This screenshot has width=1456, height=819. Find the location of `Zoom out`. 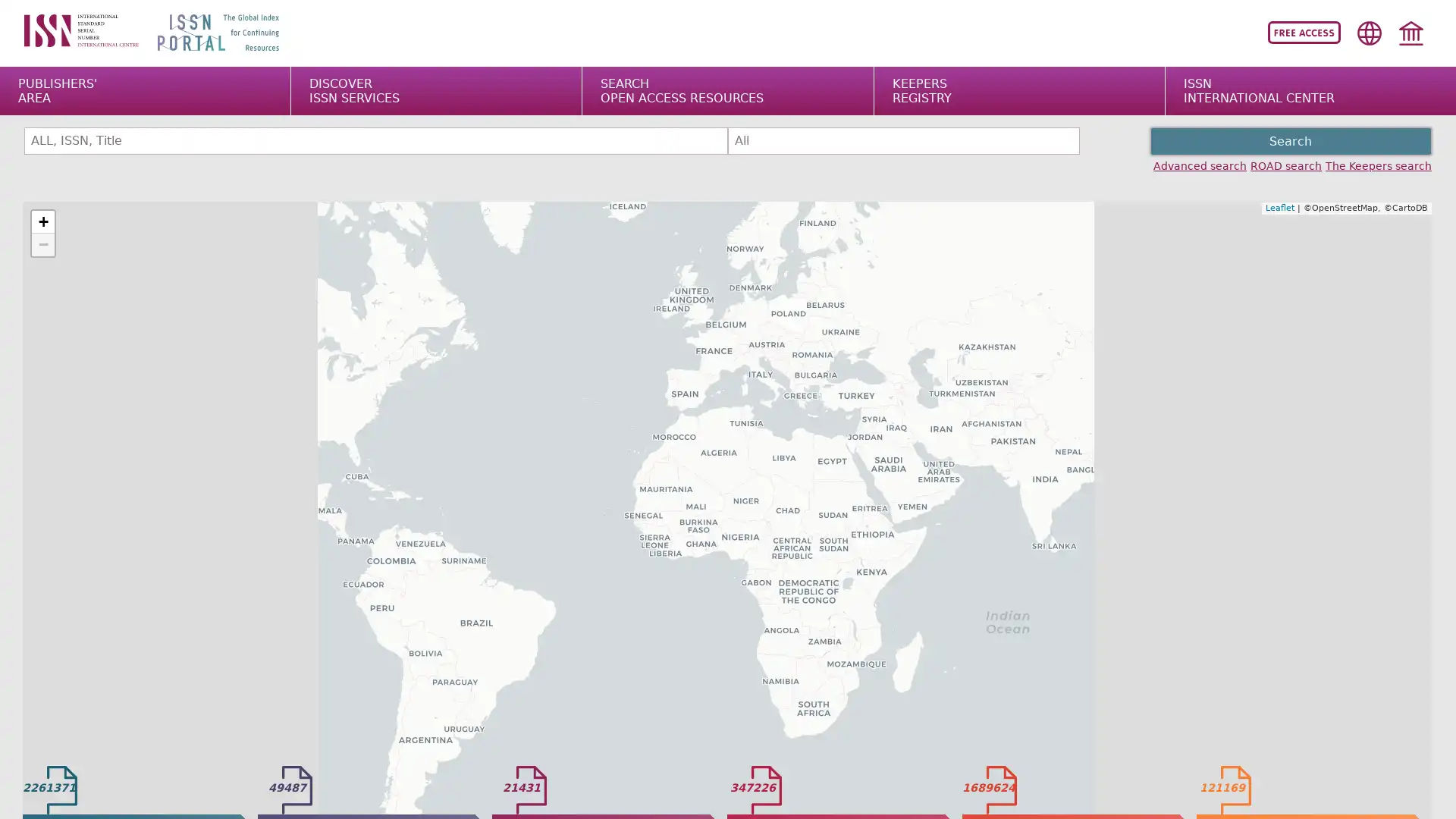

Zoom out is located at coordinates (43, 244).